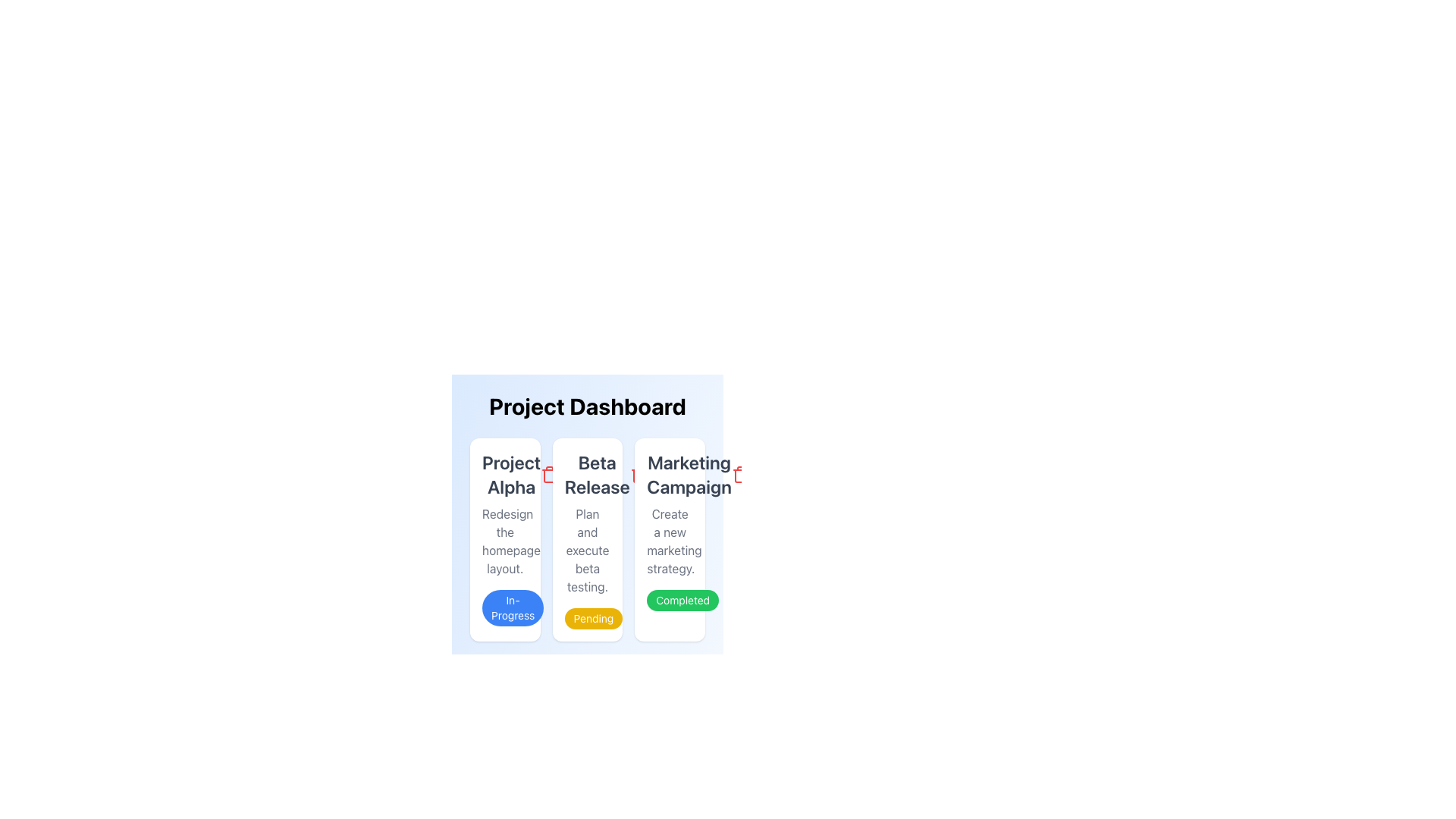  I want to click on the status badge indicating that the project 'Project Alpha' is currently in progress, located beneath the text 'Redesign the homepage layout.', so click(513, 607).